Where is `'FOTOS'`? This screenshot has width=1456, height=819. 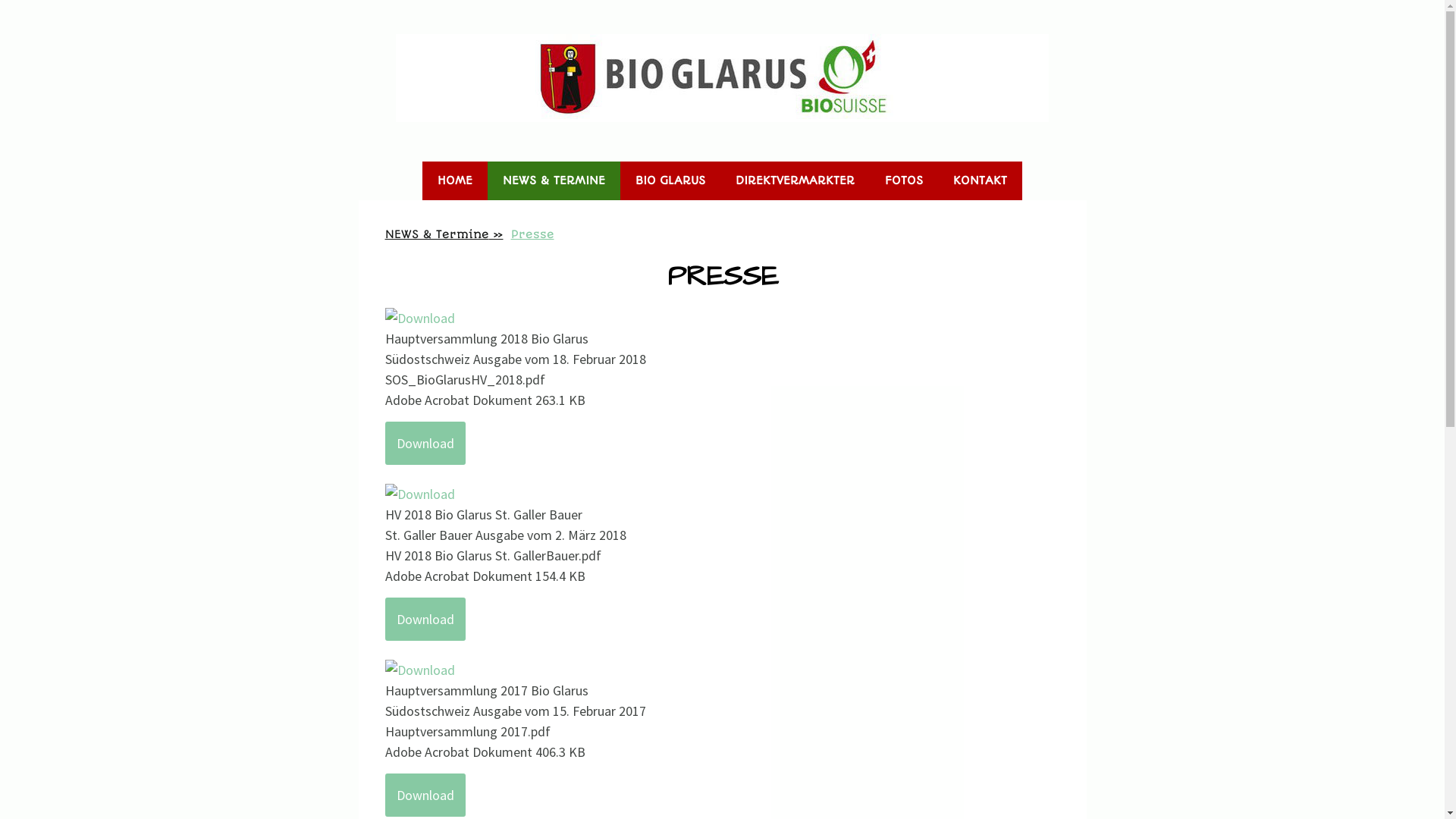 'FOTOS' is located at coordinates (903, 180).